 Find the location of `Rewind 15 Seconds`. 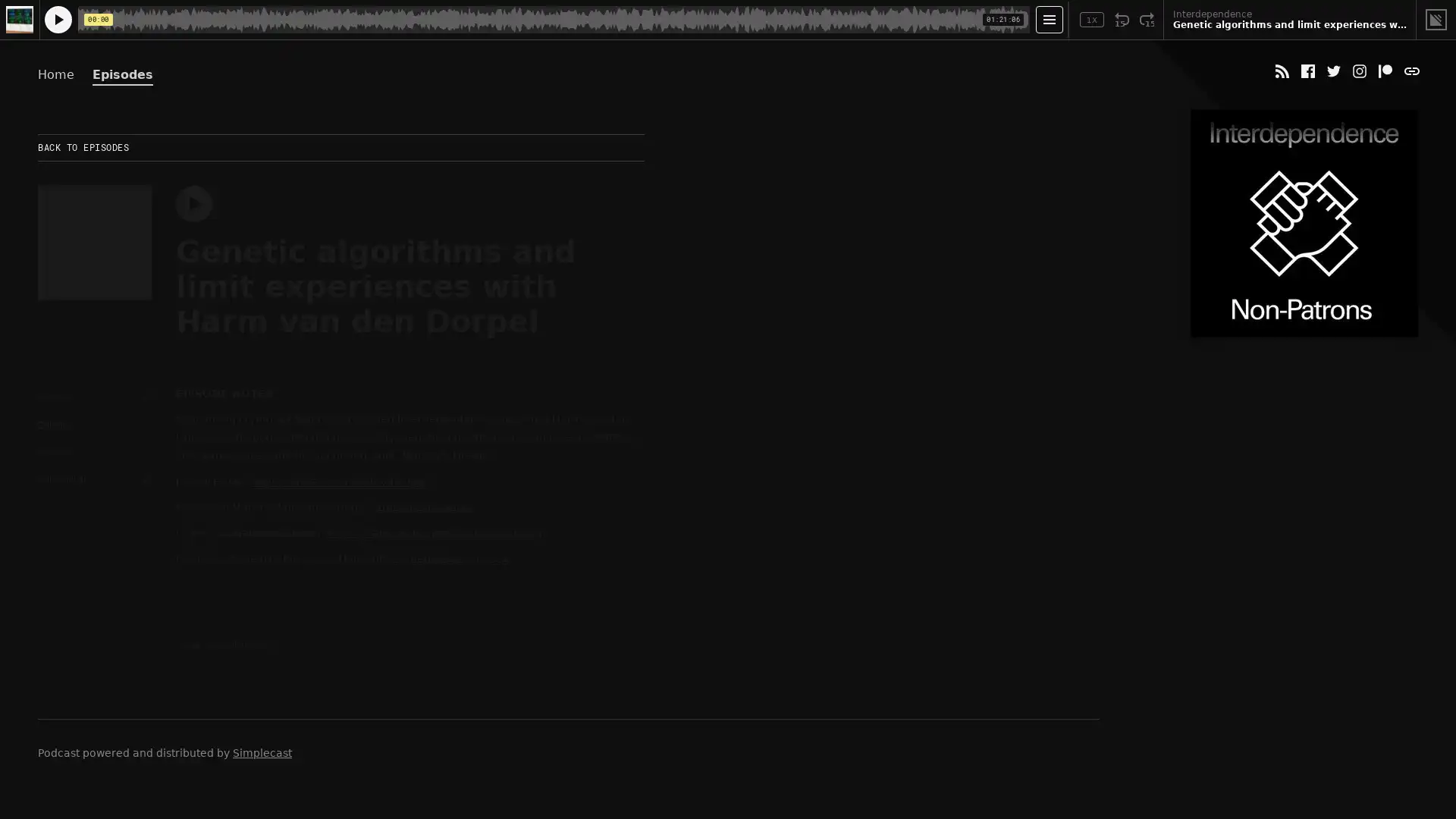

Rewind 15 Seconds is located at coordinates (1122, 20).